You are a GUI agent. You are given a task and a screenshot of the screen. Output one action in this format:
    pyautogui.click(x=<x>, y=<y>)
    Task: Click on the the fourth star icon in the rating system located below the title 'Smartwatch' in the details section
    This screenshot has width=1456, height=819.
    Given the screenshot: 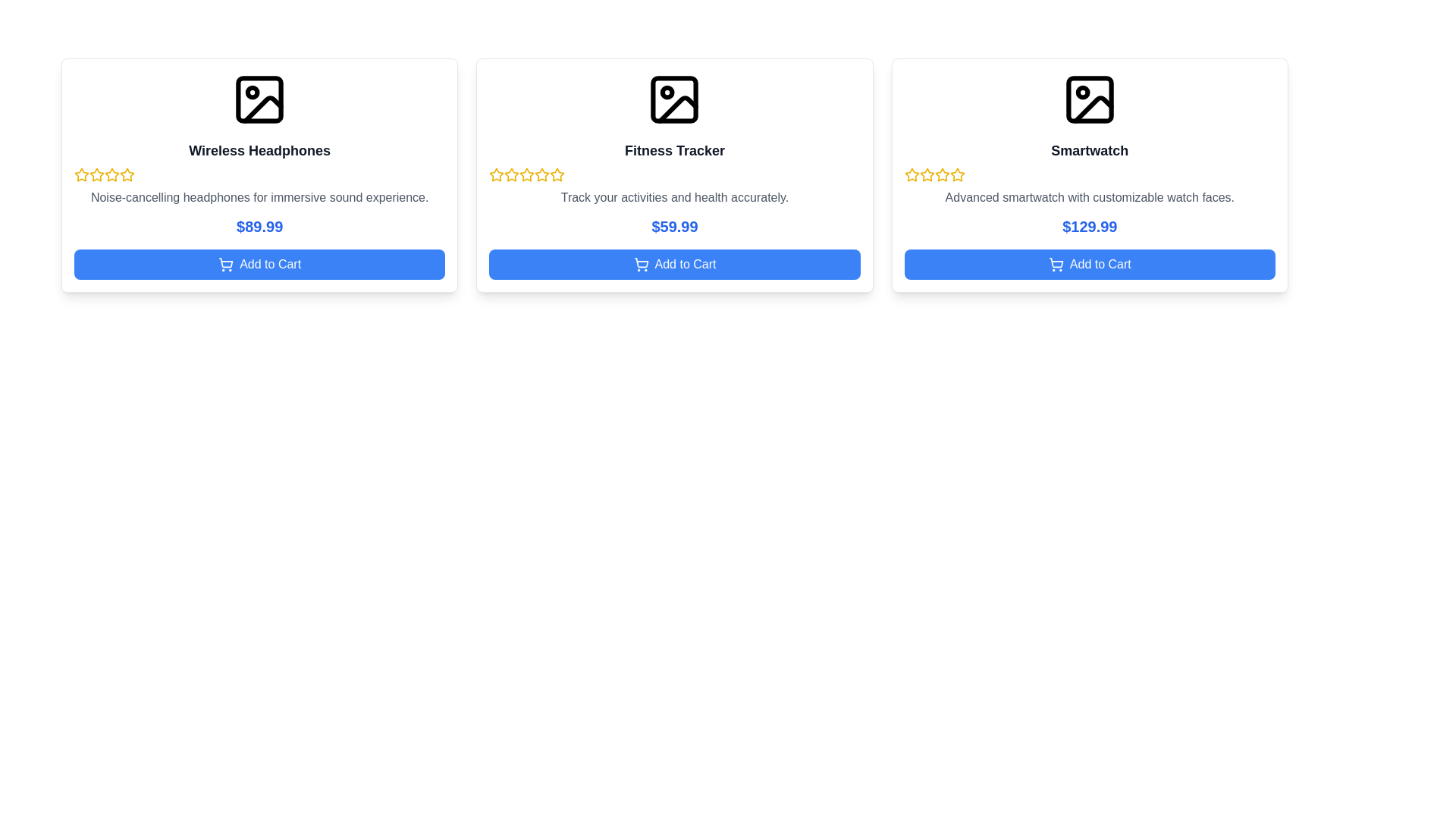 What is the action you would take?
    pyautogui.click(x=956, y=174)
    